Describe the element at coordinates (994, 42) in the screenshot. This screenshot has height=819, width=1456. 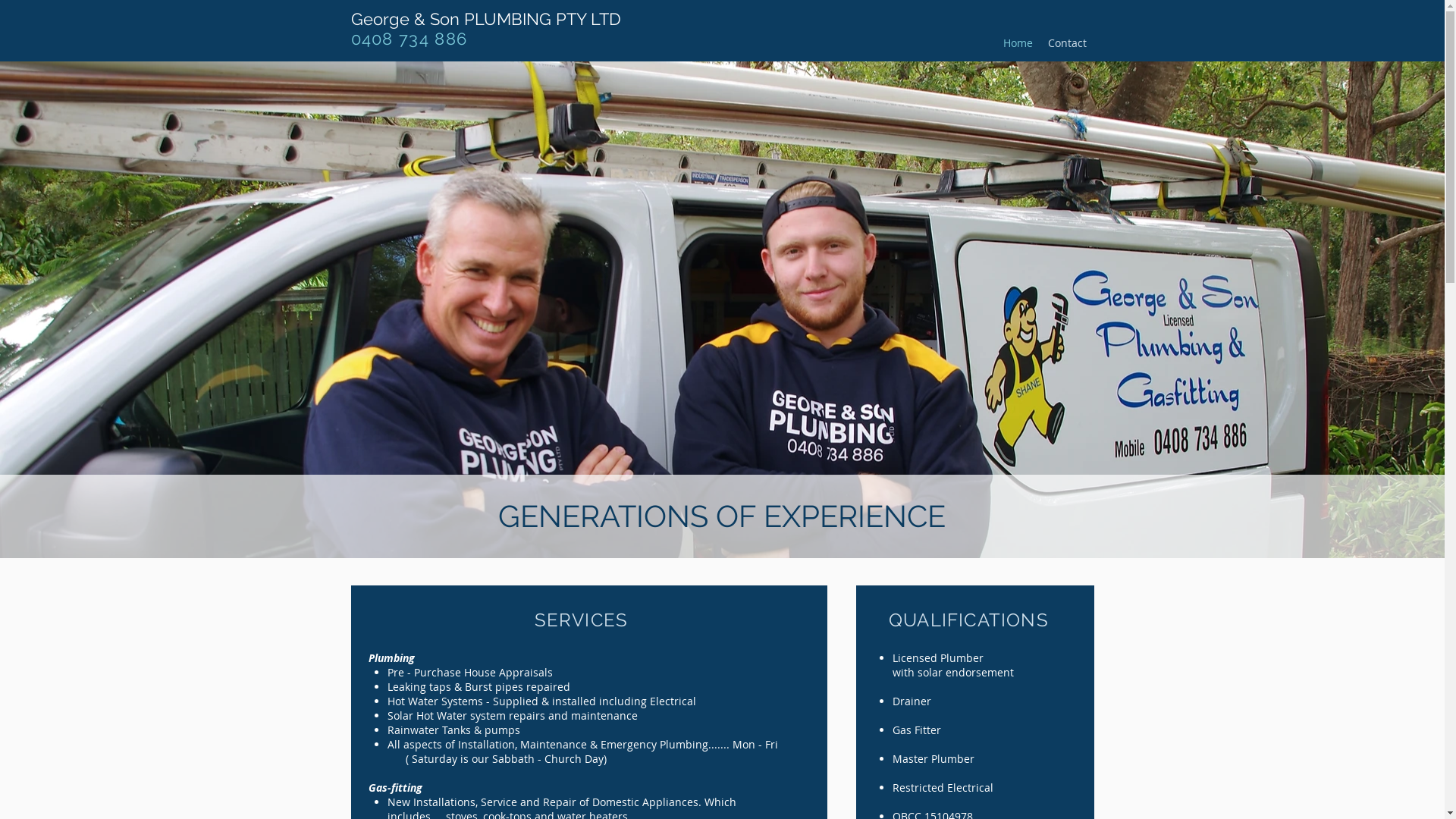
I see `'Home'` at that location.